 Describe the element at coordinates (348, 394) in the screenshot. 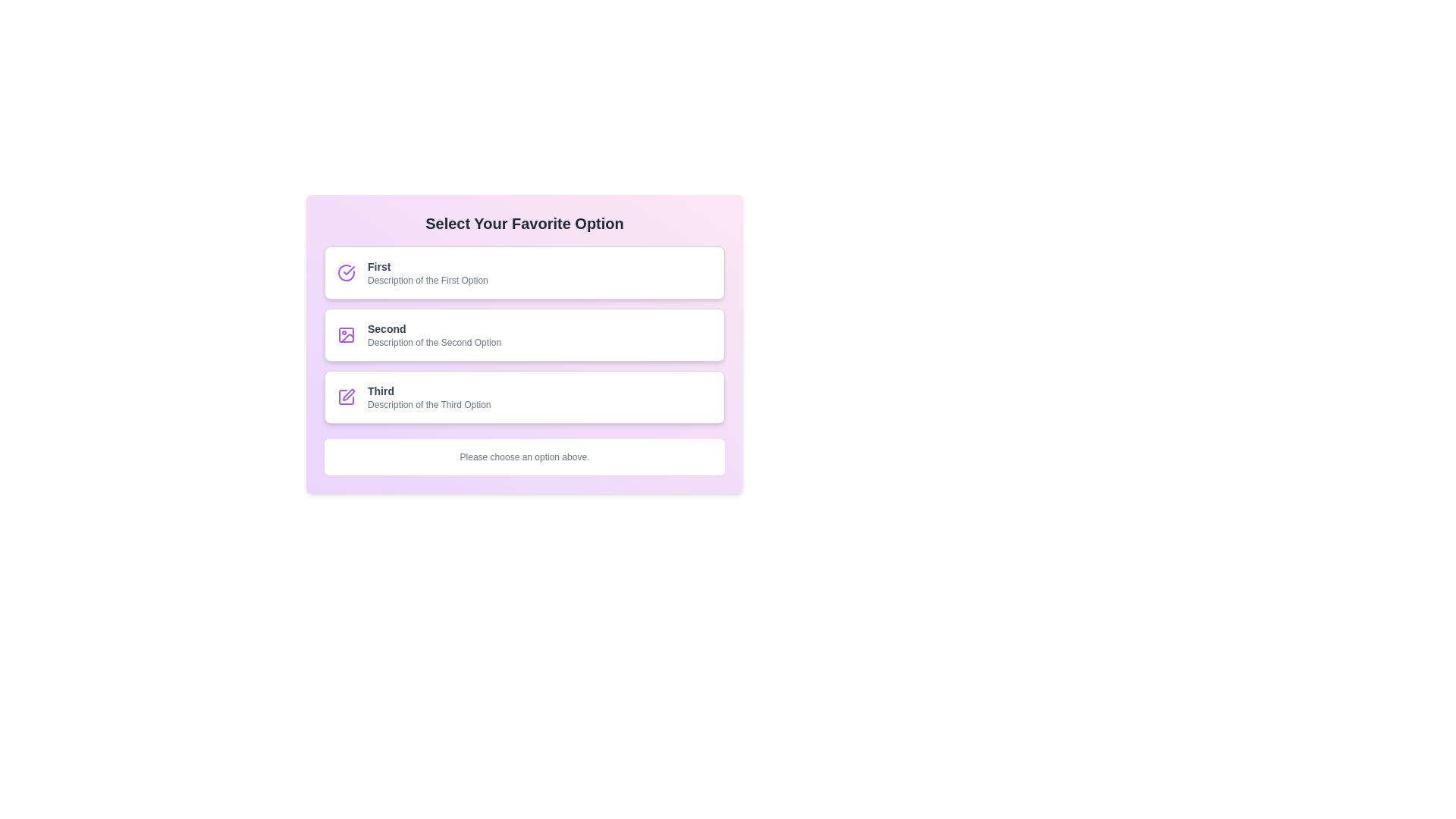

I see `the 'edit' SVG icon located to the left of the 'Third' option in the list, which serves as a visual cue for writing actions` at that location.